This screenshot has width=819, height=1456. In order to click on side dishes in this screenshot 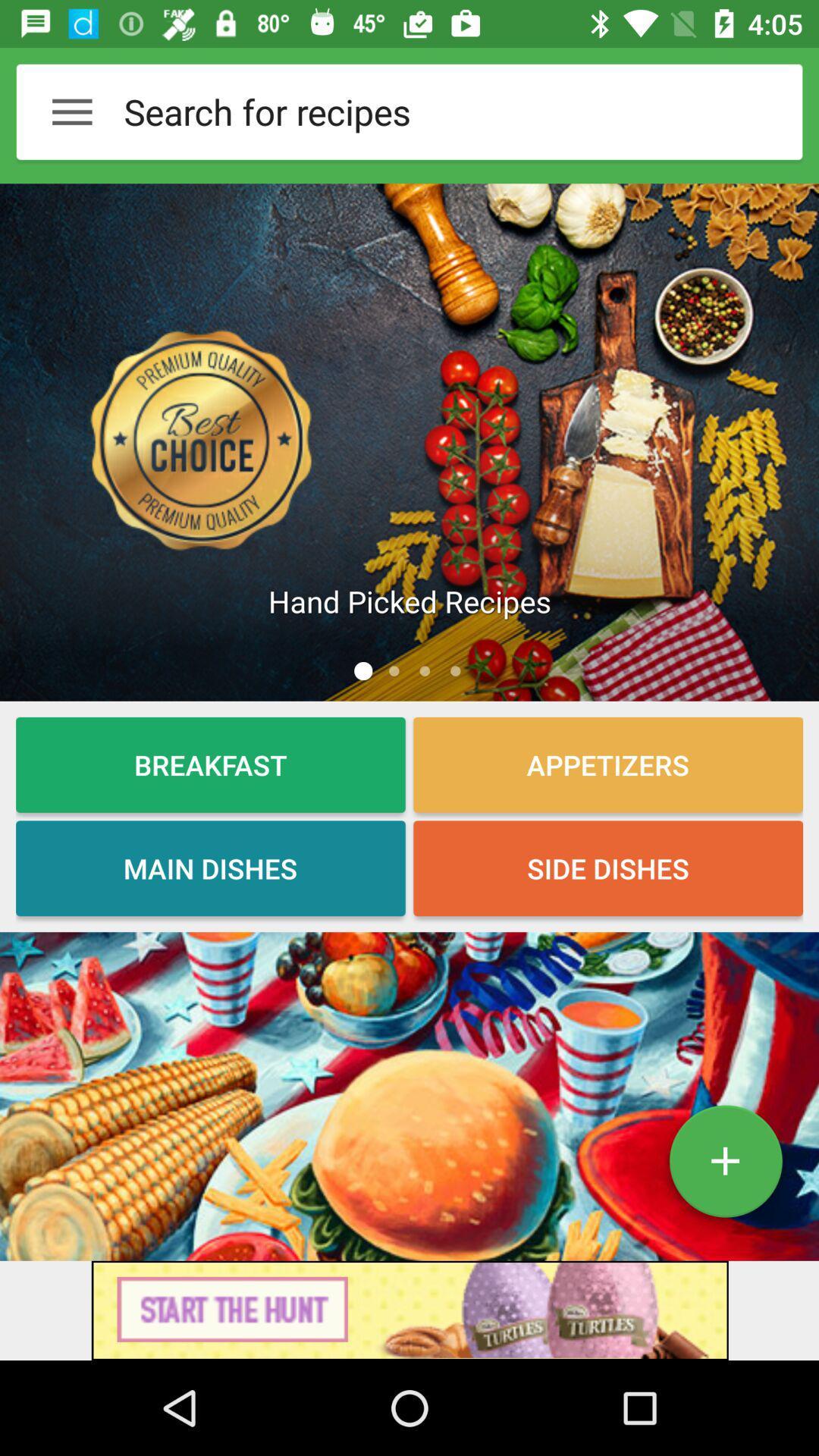, I will do `click(607, 868)`.